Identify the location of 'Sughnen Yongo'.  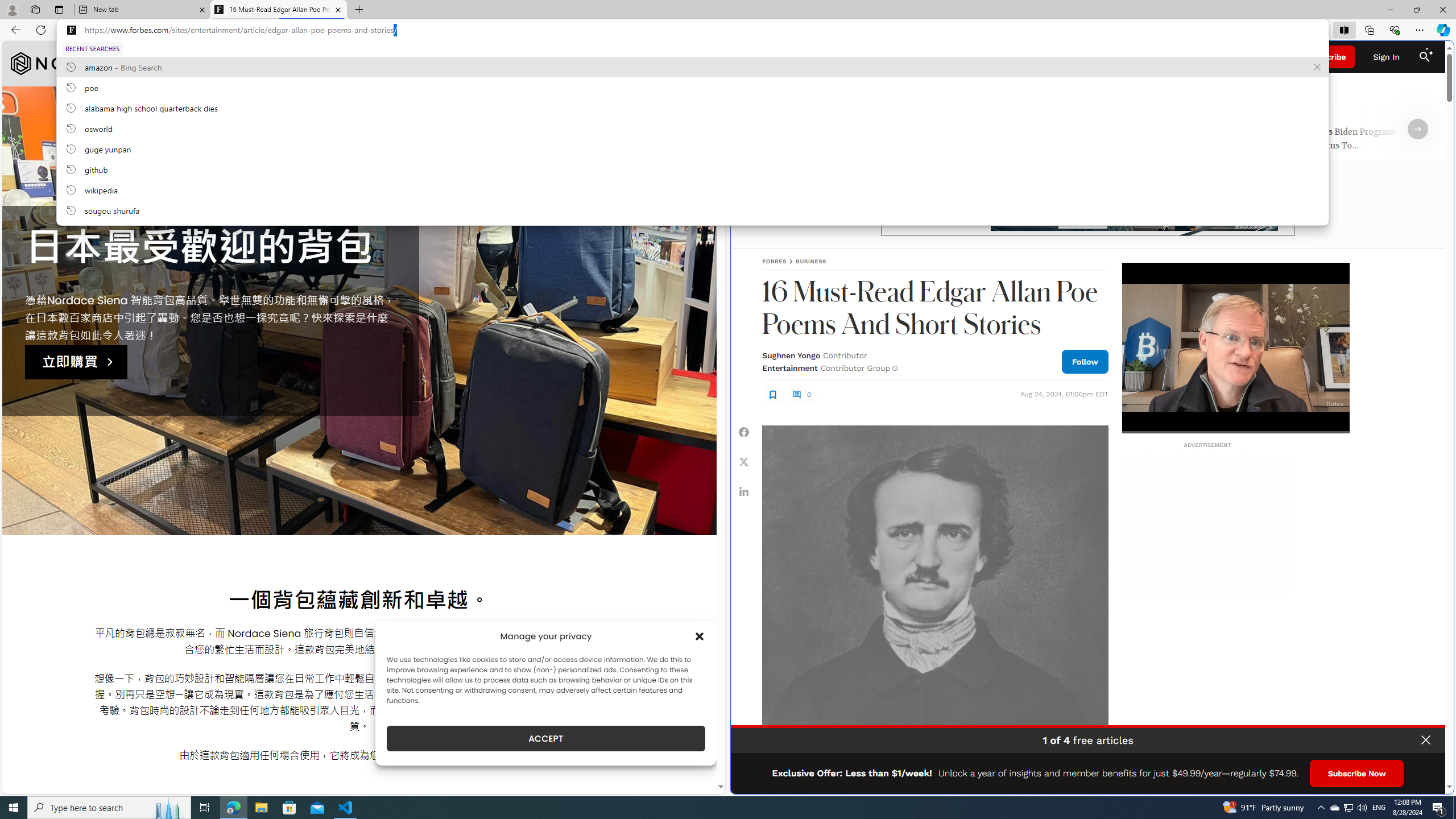
(791, 355).